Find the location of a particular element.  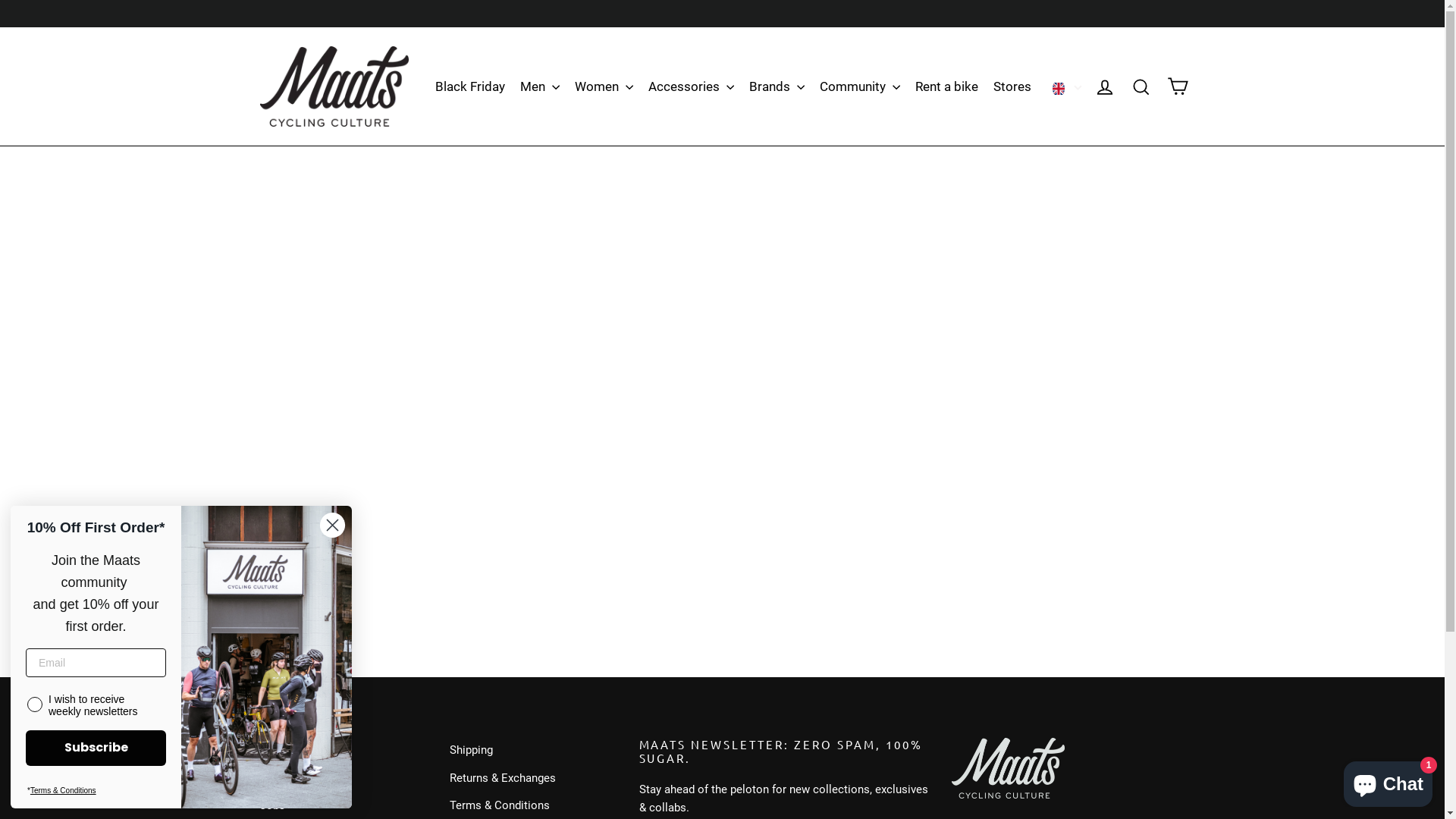

'Subscribe' is located at coordinates (95, 747).